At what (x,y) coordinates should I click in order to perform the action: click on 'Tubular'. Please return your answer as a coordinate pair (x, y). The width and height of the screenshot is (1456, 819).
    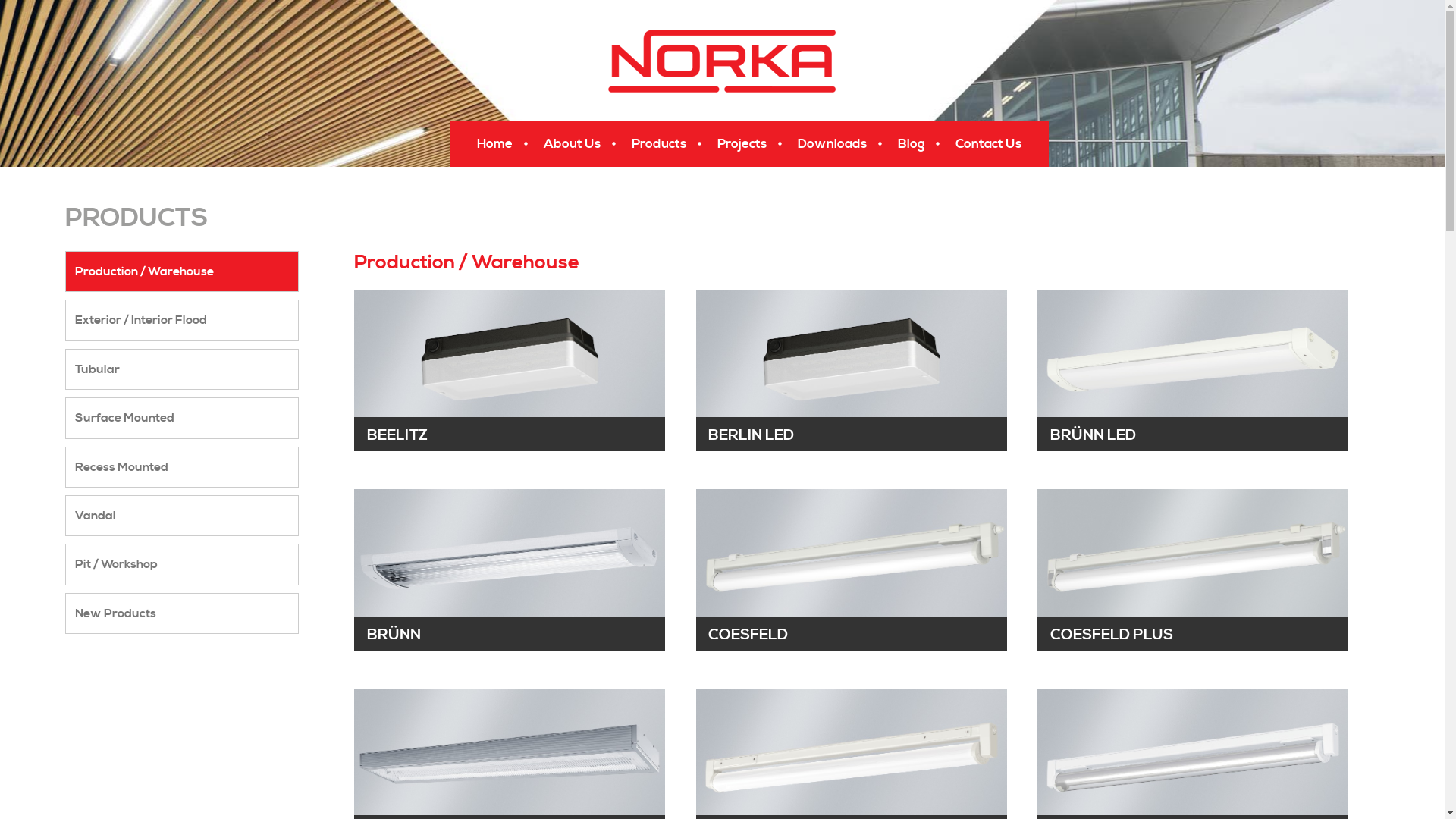
    Looking at the image, I should click on (182, 369).